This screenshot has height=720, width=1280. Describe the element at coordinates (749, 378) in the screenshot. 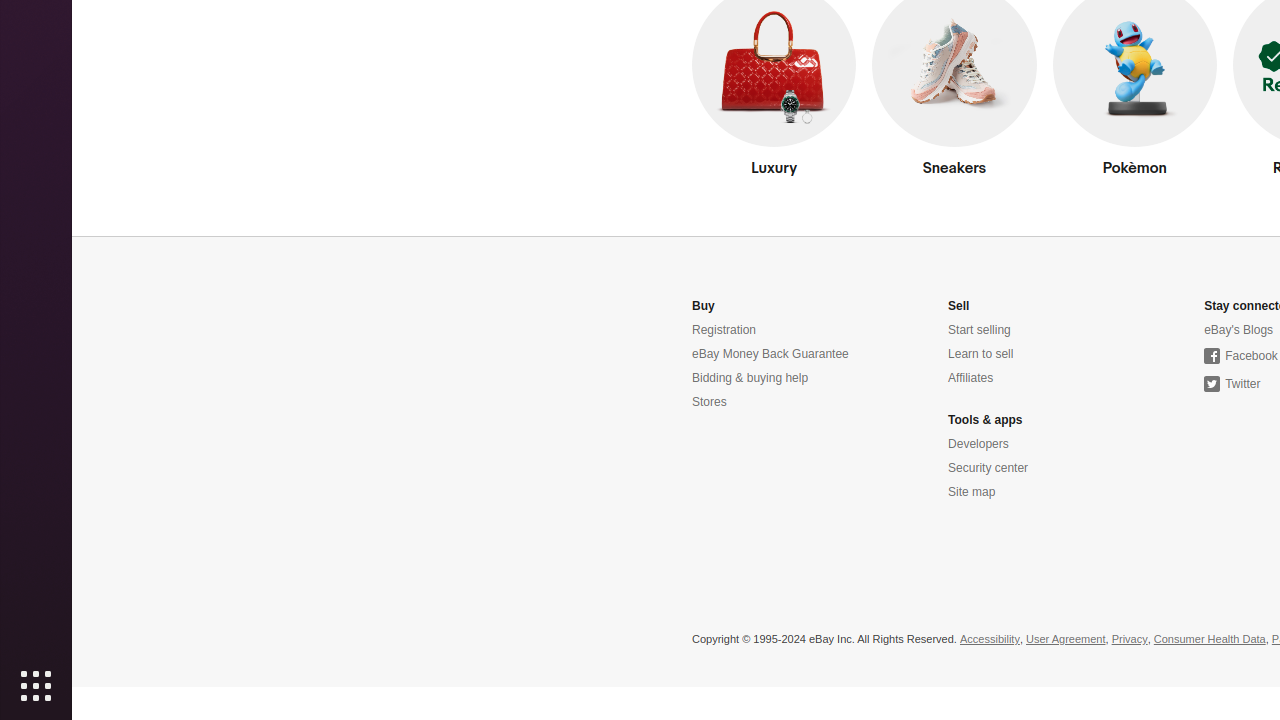

I see `'Bidding & buying help'` at that location.